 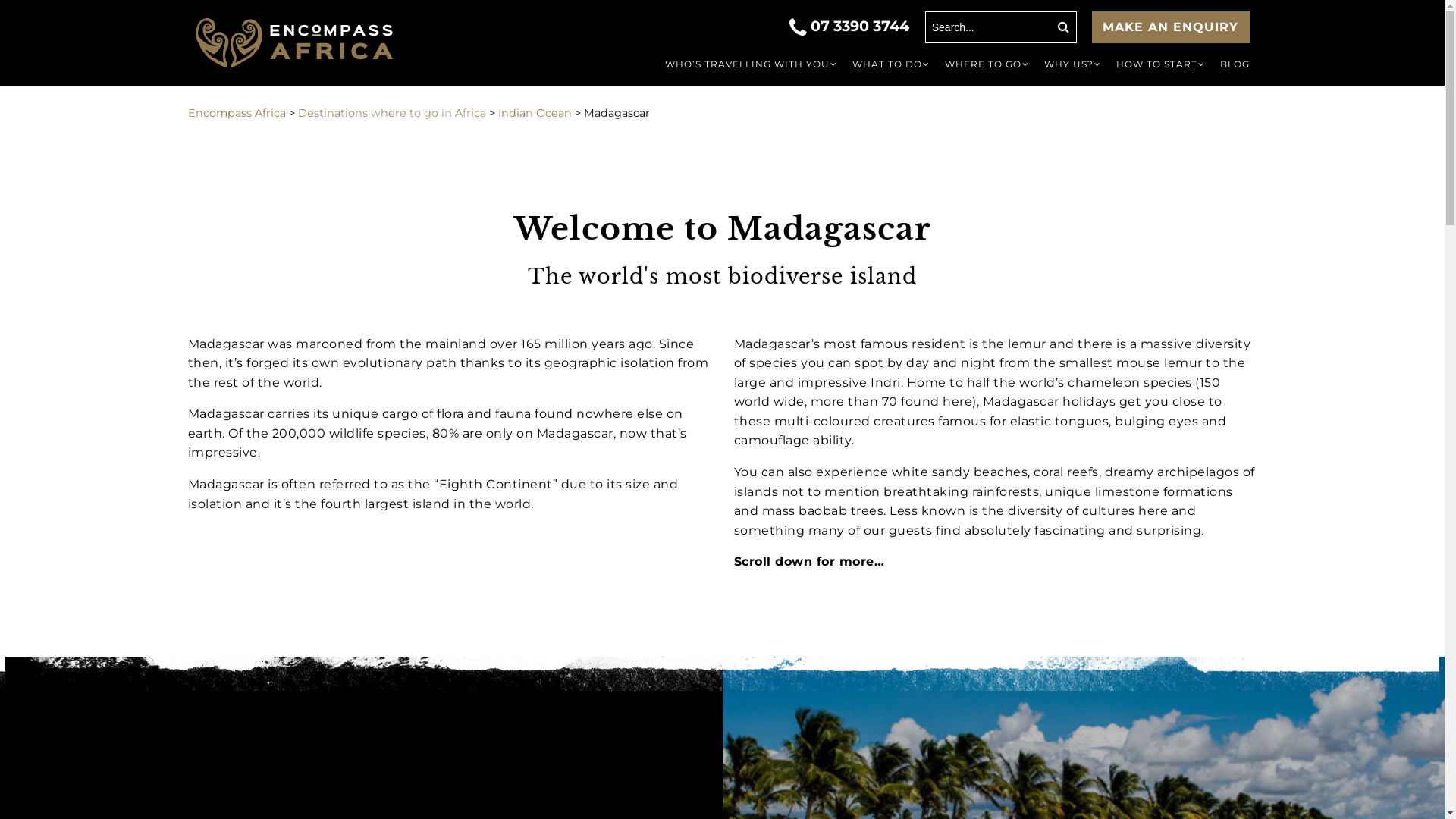 I want to click on 'Indian Ocean', so click(x=534, y=112).